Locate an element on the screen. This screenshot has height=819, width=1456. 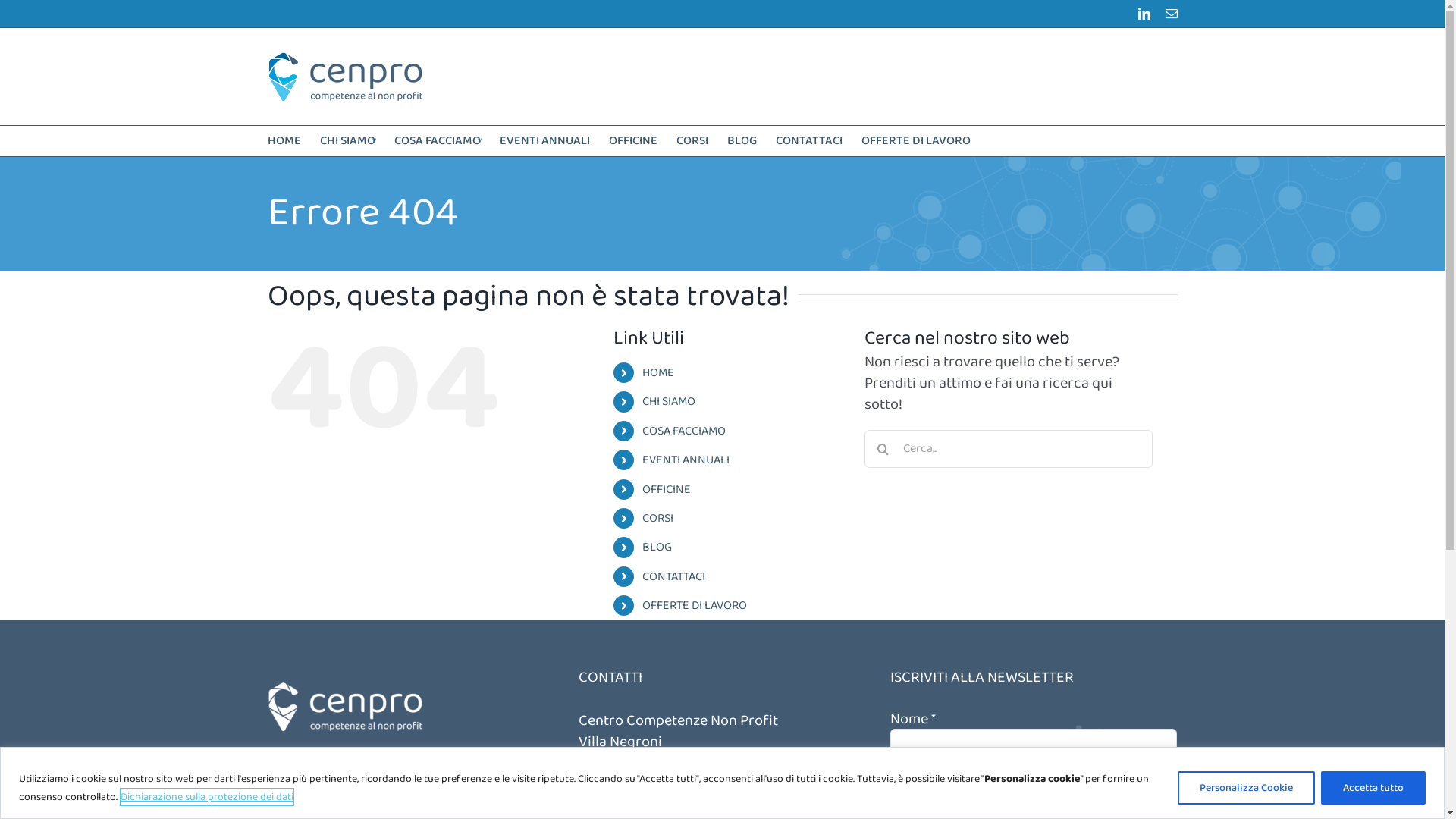
'CHI SIAMO' is located at coordinates (347, 140).